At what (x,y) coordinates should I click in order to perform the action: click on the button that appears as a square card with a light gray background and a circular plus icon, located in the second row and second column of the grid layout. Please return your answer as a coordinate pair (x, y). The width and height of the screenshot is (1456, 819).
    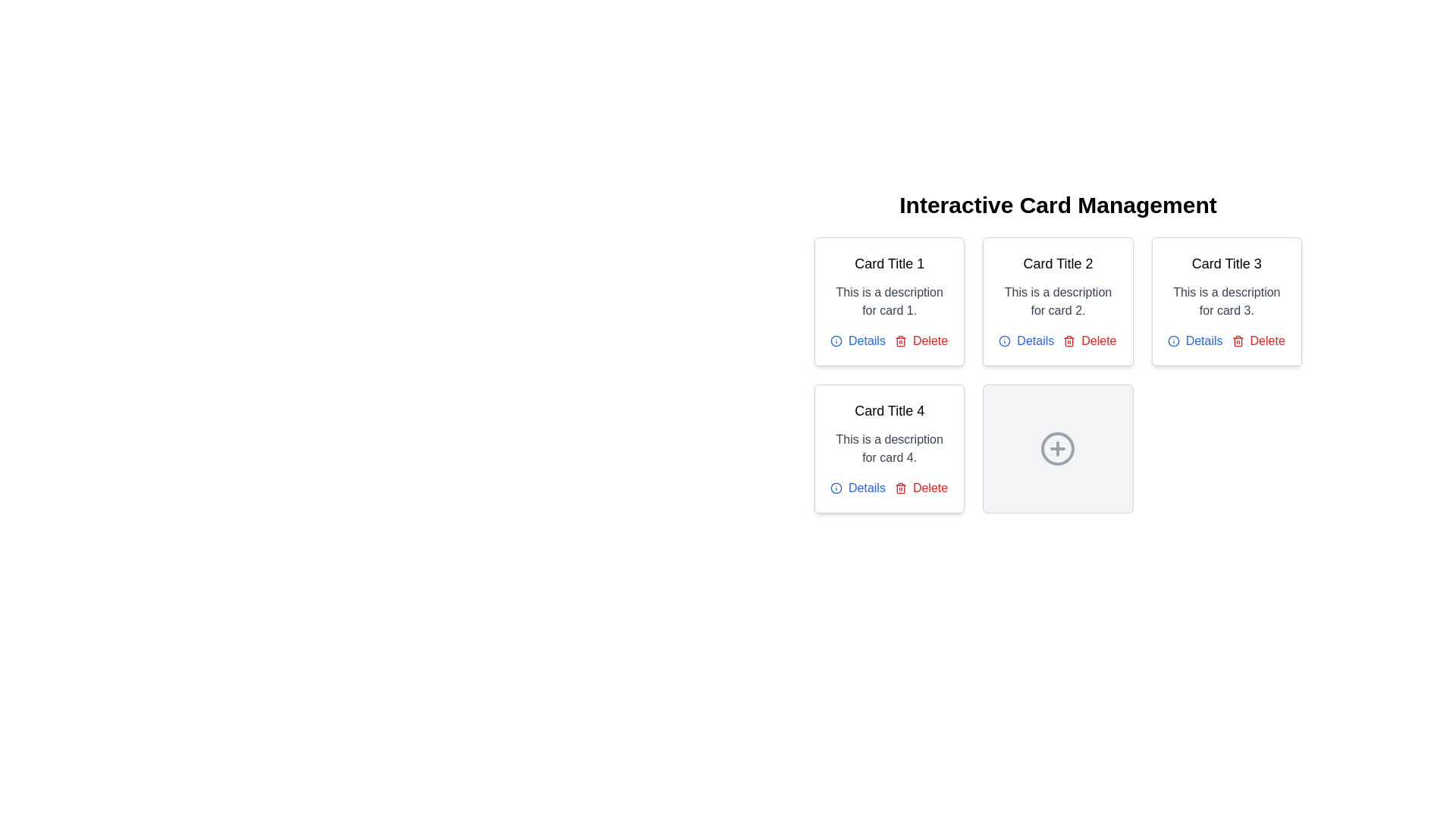
    Looking at the image, I should click on (1057, 447).